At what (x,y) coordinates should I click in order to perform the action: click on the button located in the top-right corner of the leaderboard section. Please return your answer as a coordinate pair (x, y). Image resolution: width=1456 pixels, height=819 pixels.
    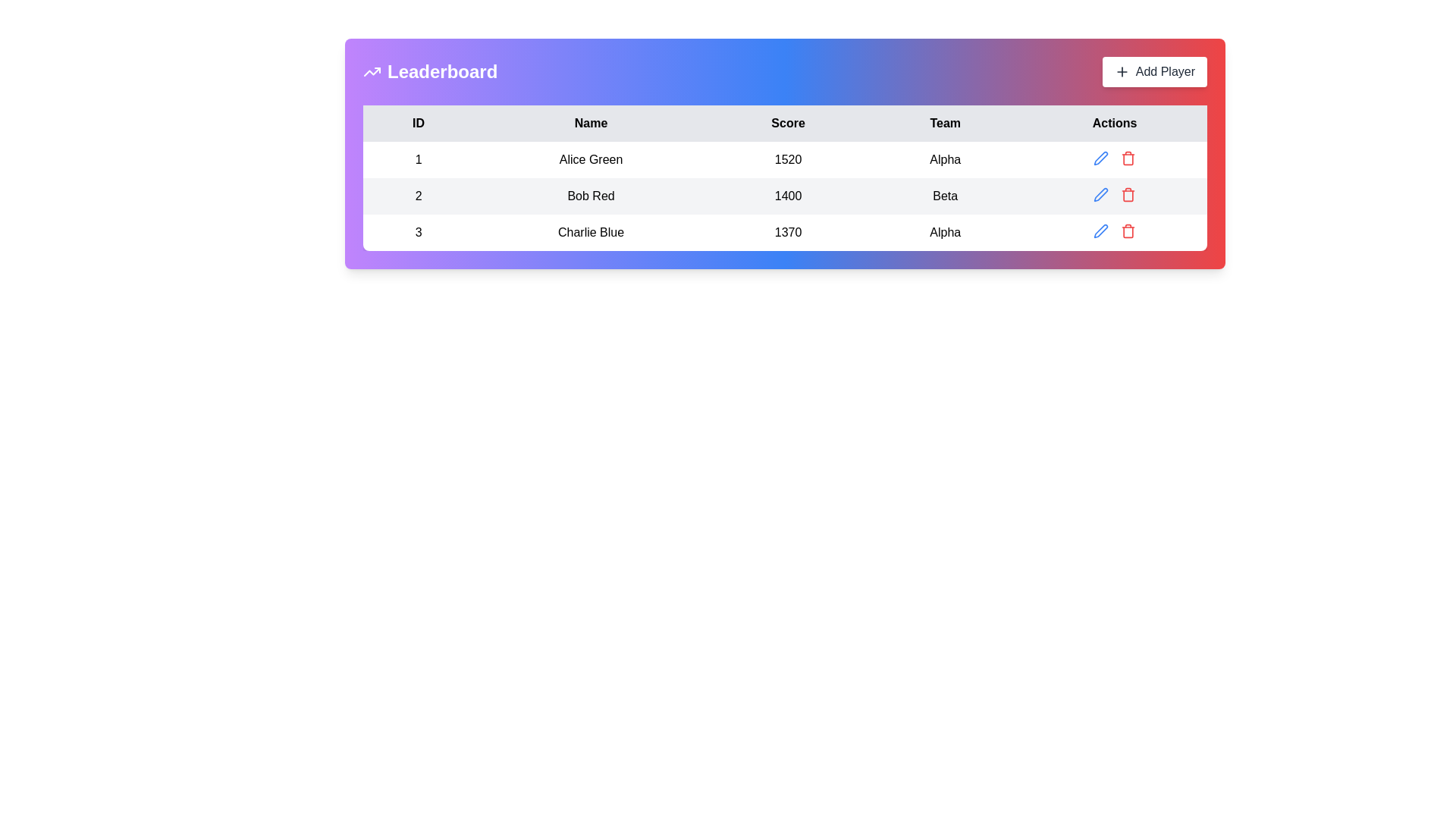
    Looking at the image, I should click on (1153, 72).